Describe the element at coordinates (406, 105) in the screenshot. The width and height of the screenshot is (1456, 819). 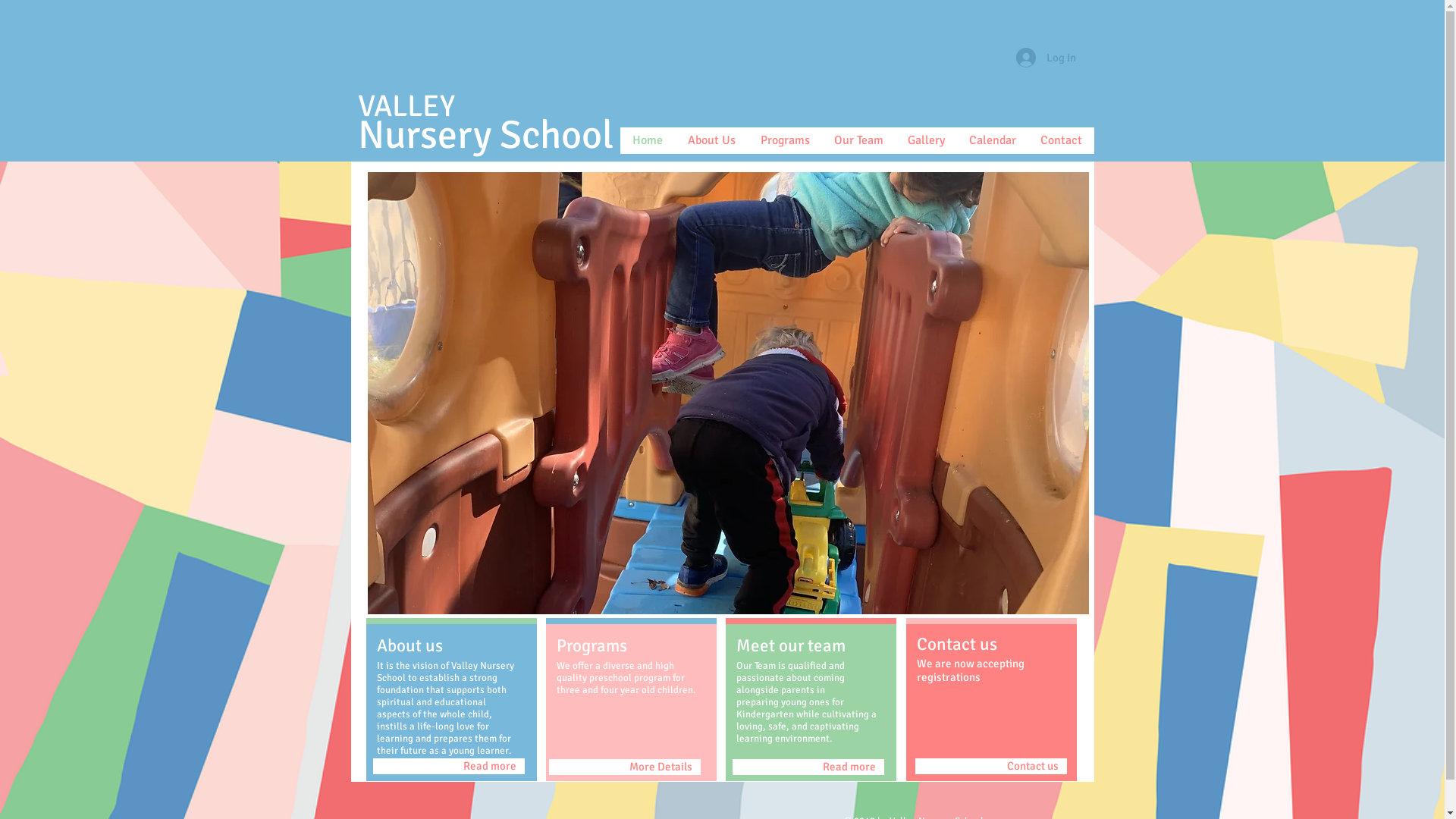
I see `'VALLEY'` at that location.